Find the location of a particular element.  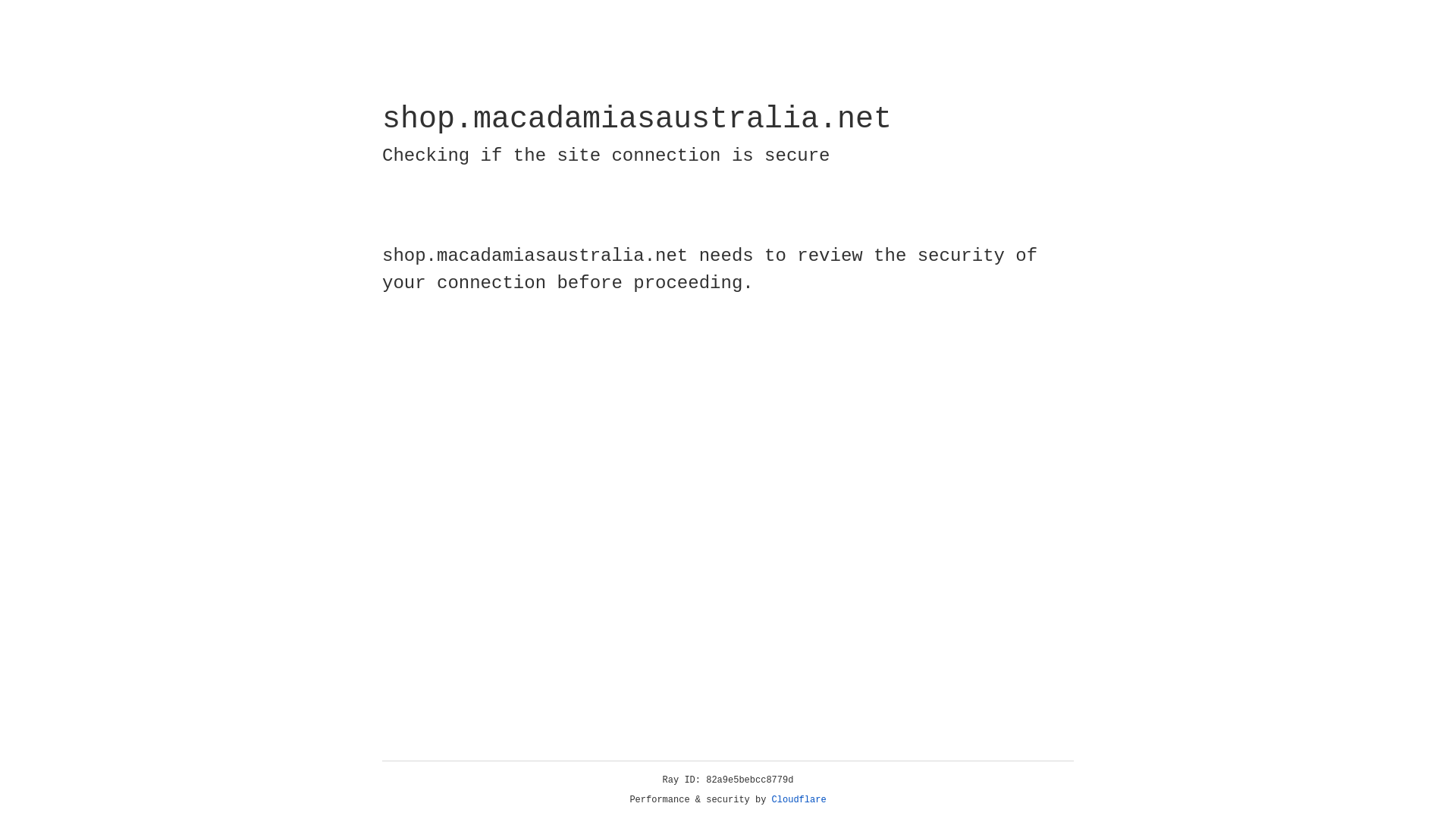

'Cloudflare' is located at coordinates (771, 799).